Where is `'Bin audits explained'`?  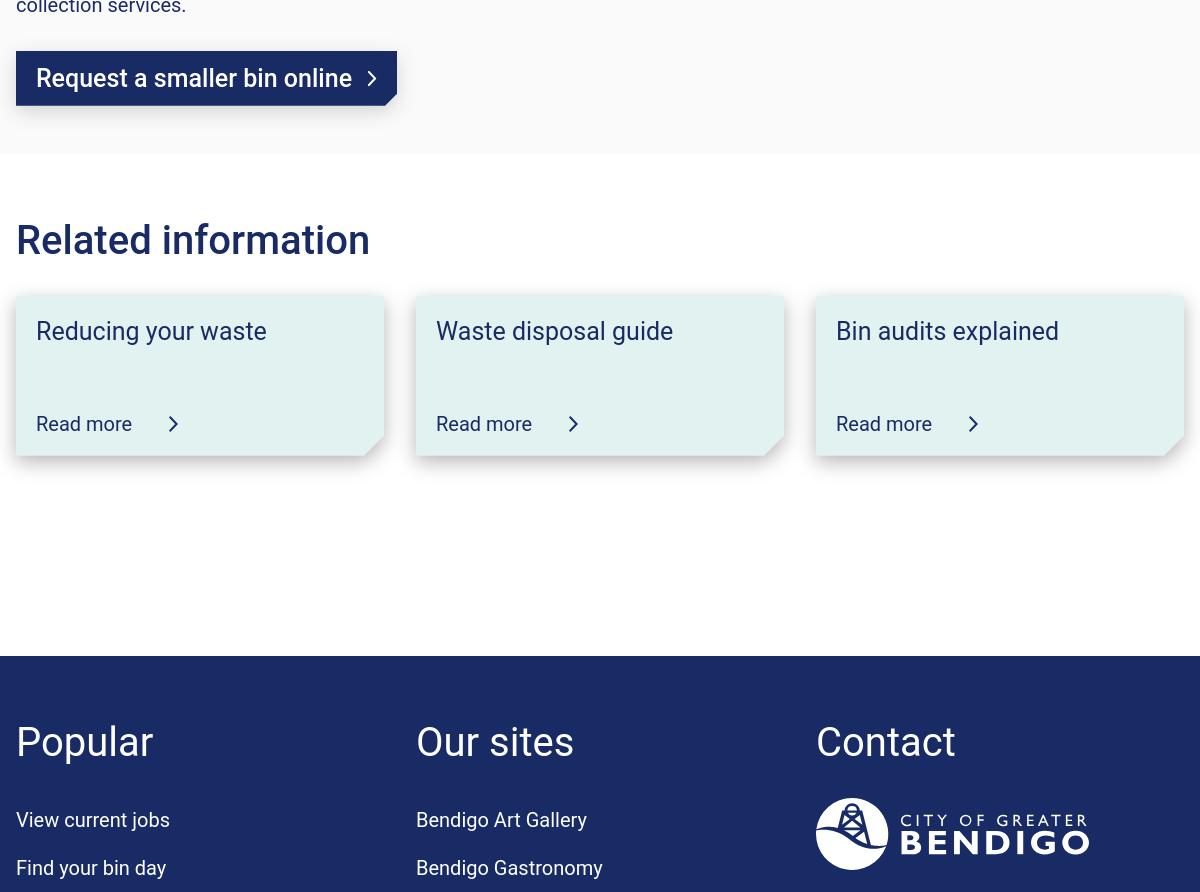
'Bin audits explained' is located at coordinates (947, 330).